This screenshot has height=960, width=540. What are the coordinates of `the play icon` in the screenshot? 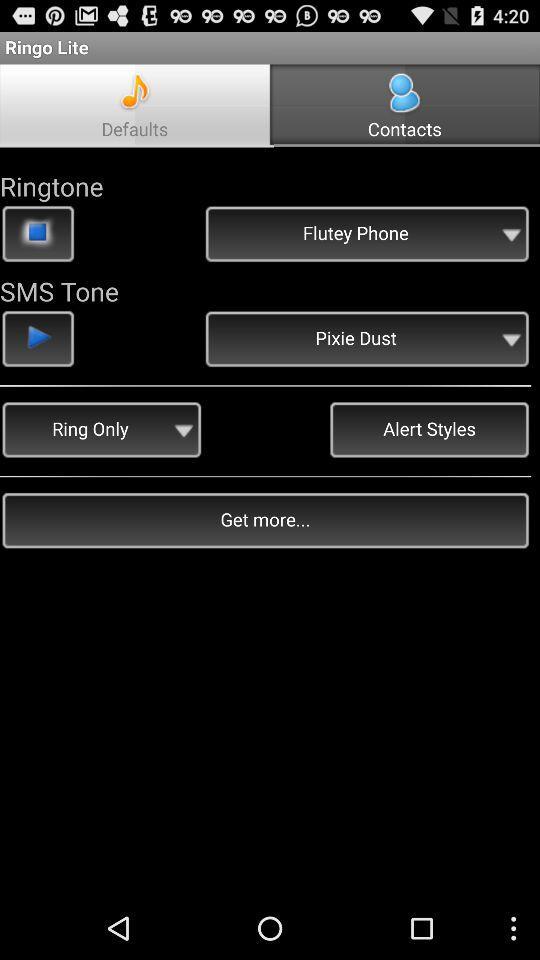 It's located at (38, 363).